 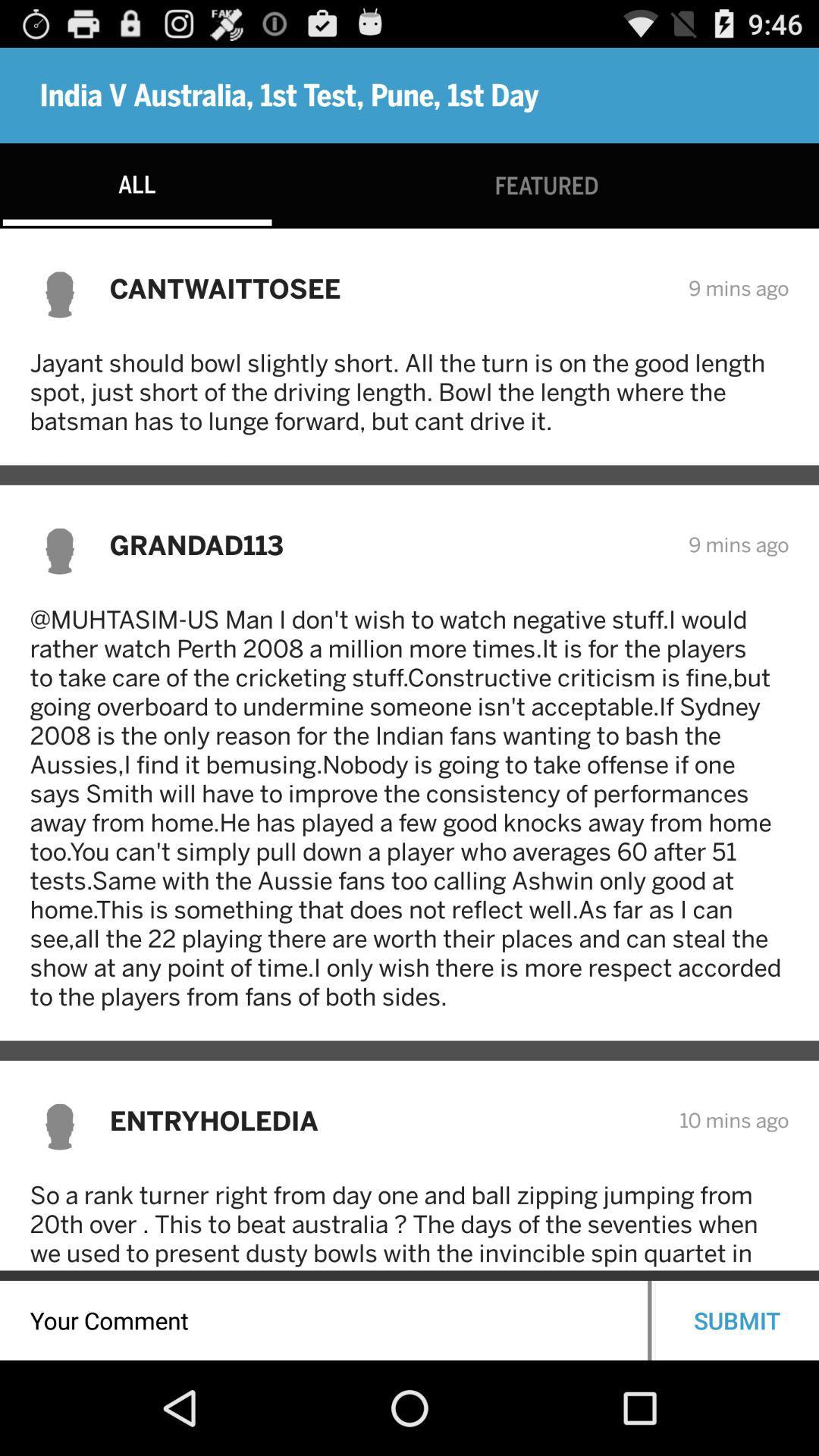 I want to click on the item below all icon, so click(x=388, y=288).